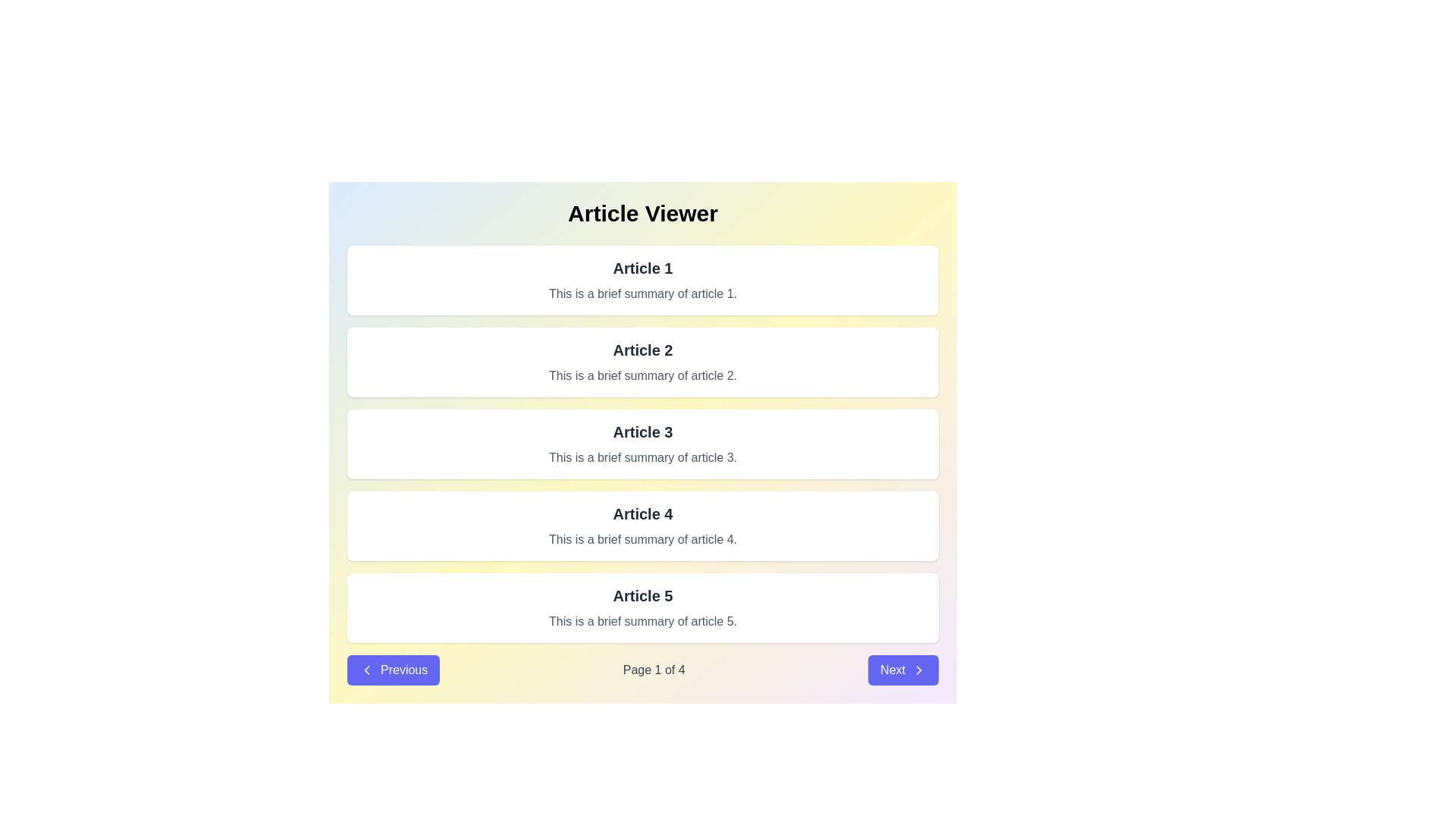  Describe the element at coordinates (643, 607) in the screenshot. I see `the fifth Card component in the vertically stacked list, which has a white background, rounded corners, and contains the title 'Article 5'` at that location.